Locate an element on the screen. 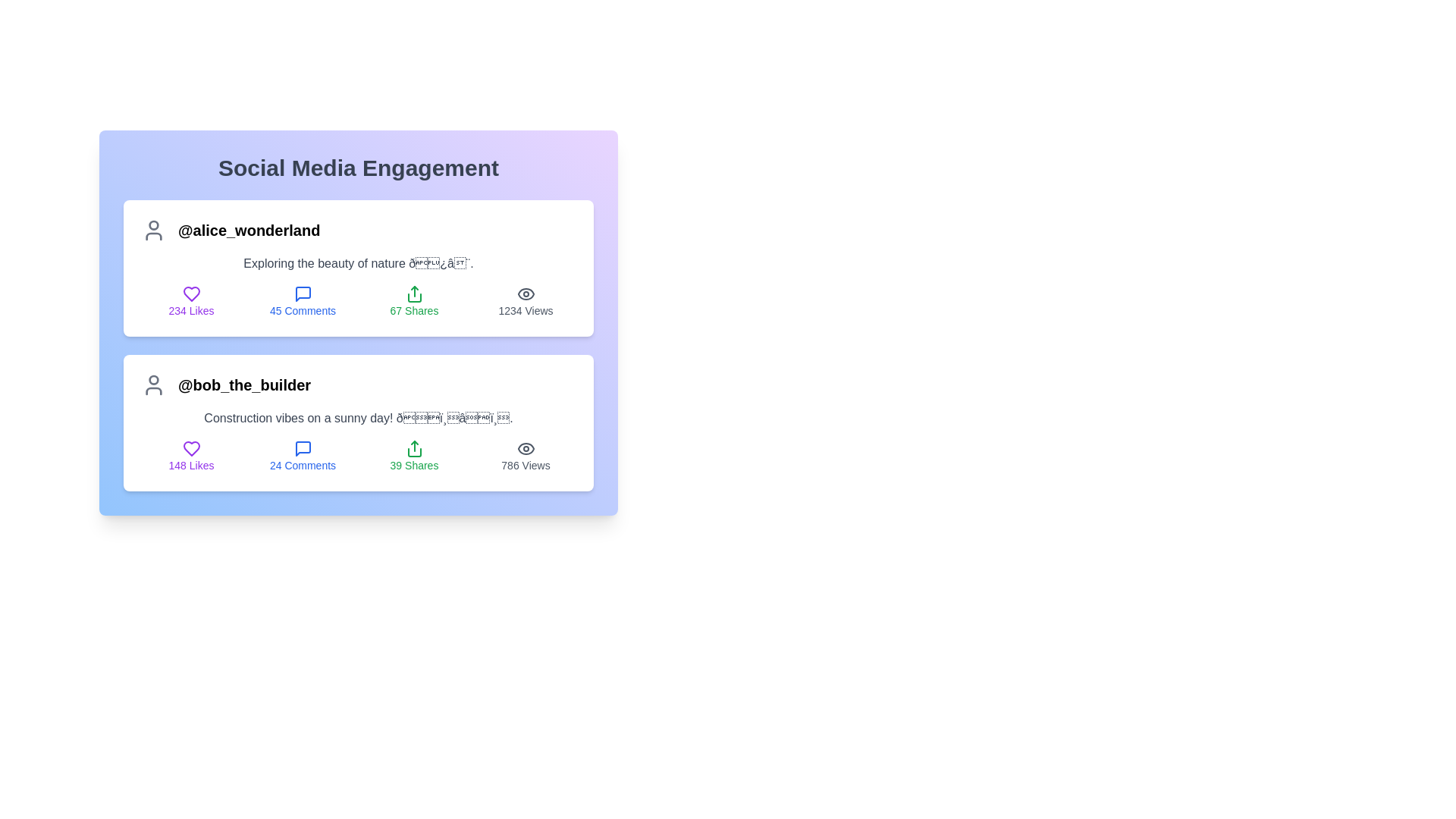 The image size is (1456, 819). the bold black text label reading '@alice_wonderland', which is part of the user profile layout, located in the upper left quadrant of the post card is located at coordinates (249, 231).